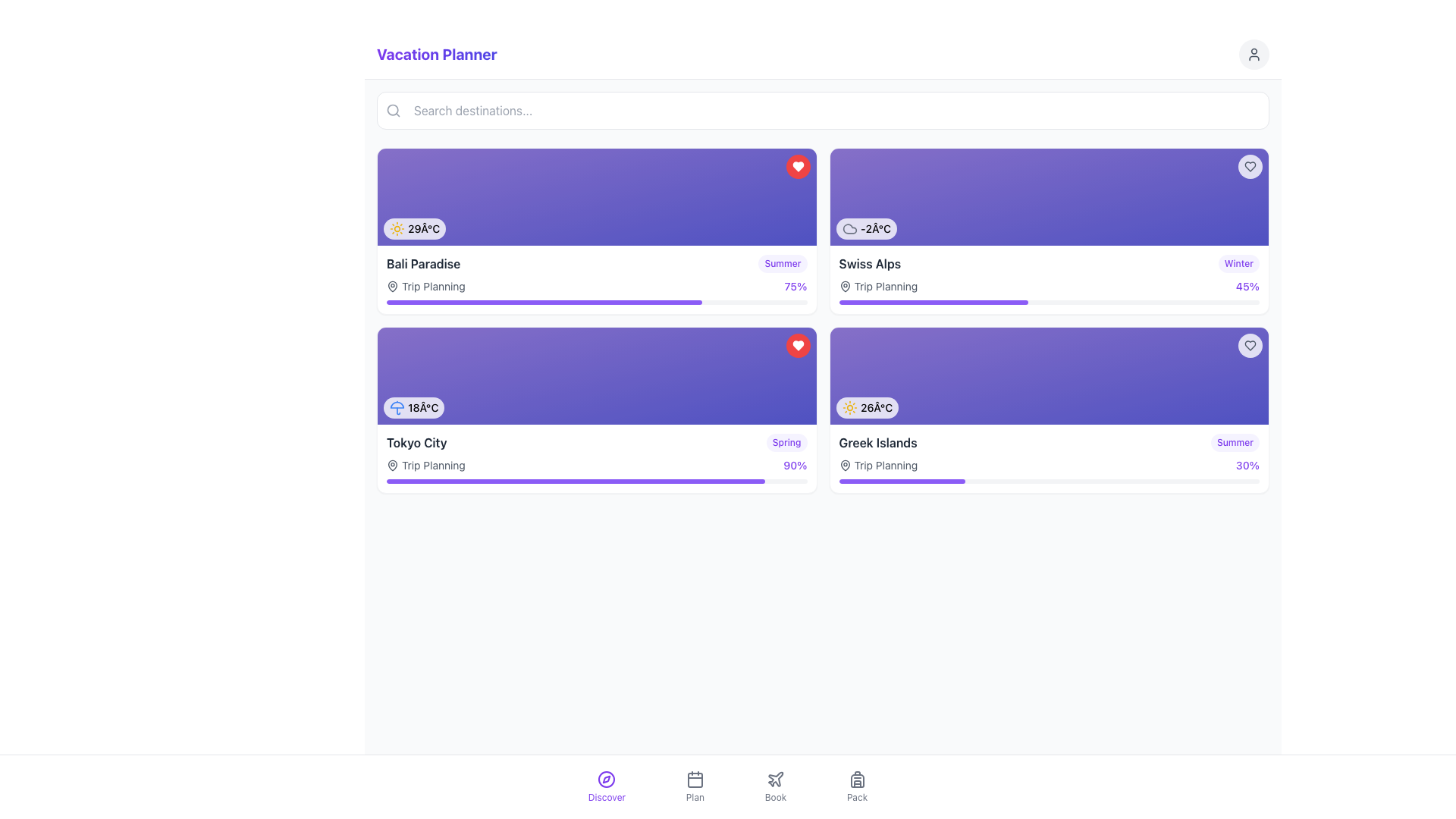 The height and width of the screenshot is (819, 1456). What do you see at coordinates (607, 780) in the screenshot?
I see `the SVG Circle element that forms the central part of the compass icon in the bottom navigation bar of the application` at bounding box center [607, 780].